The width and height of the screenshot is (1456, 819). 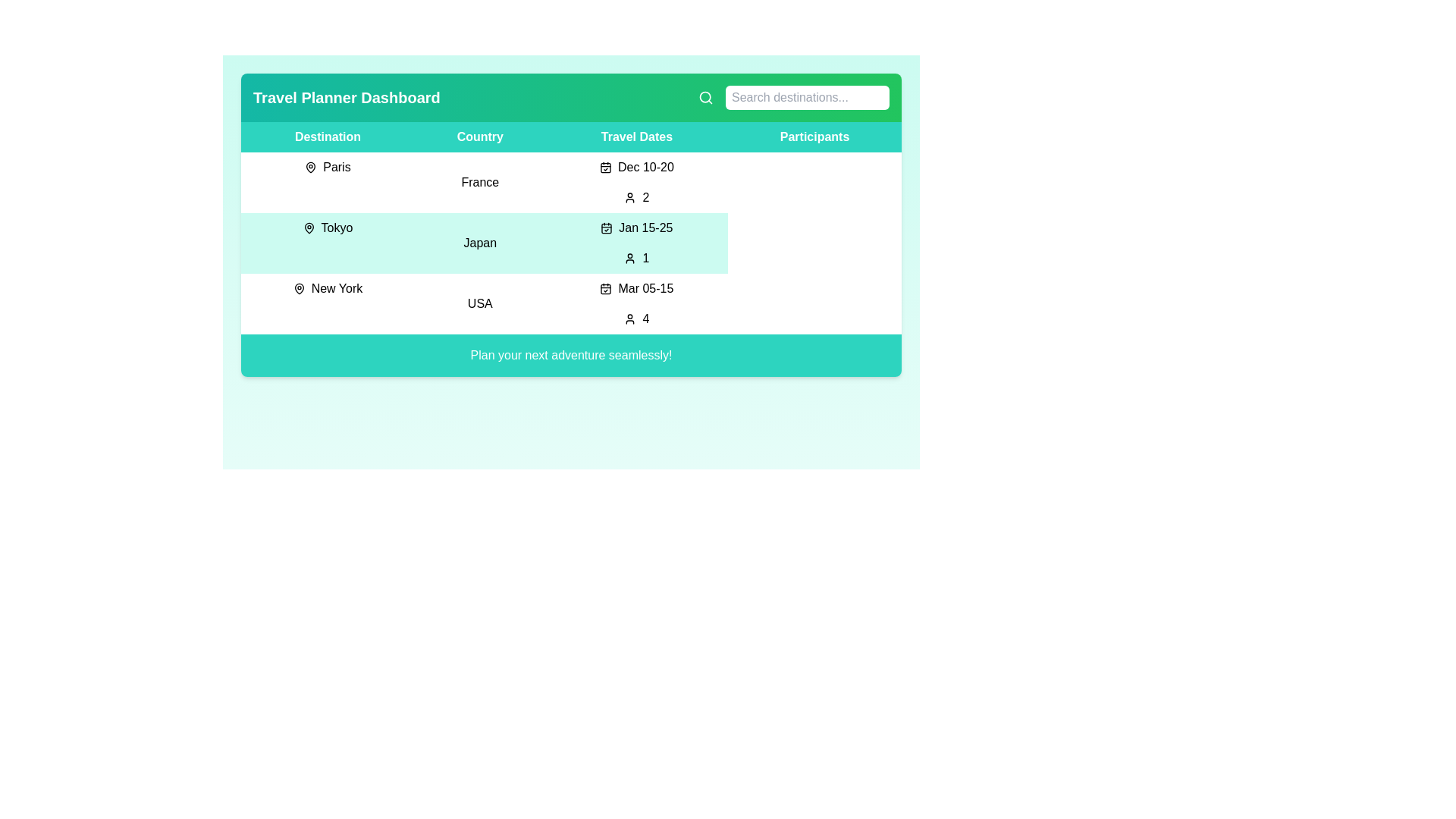 I want to click on the text label displaying 'New York' in the first column of the table, under the header 'Destination', located in the third row, so click(x=327, y=289).